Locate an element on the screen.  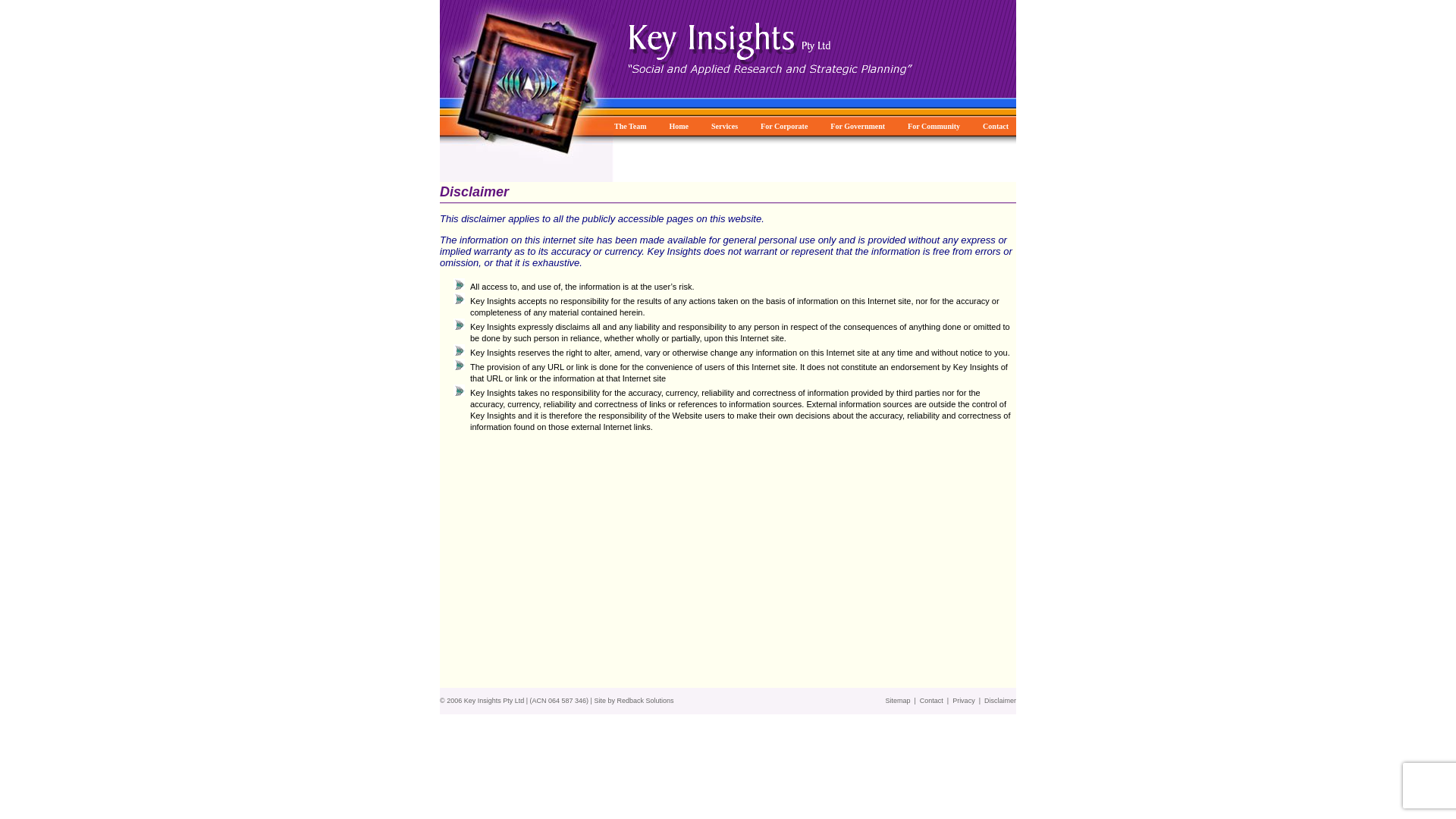
'For Government' is located at coordinates (857, 124).